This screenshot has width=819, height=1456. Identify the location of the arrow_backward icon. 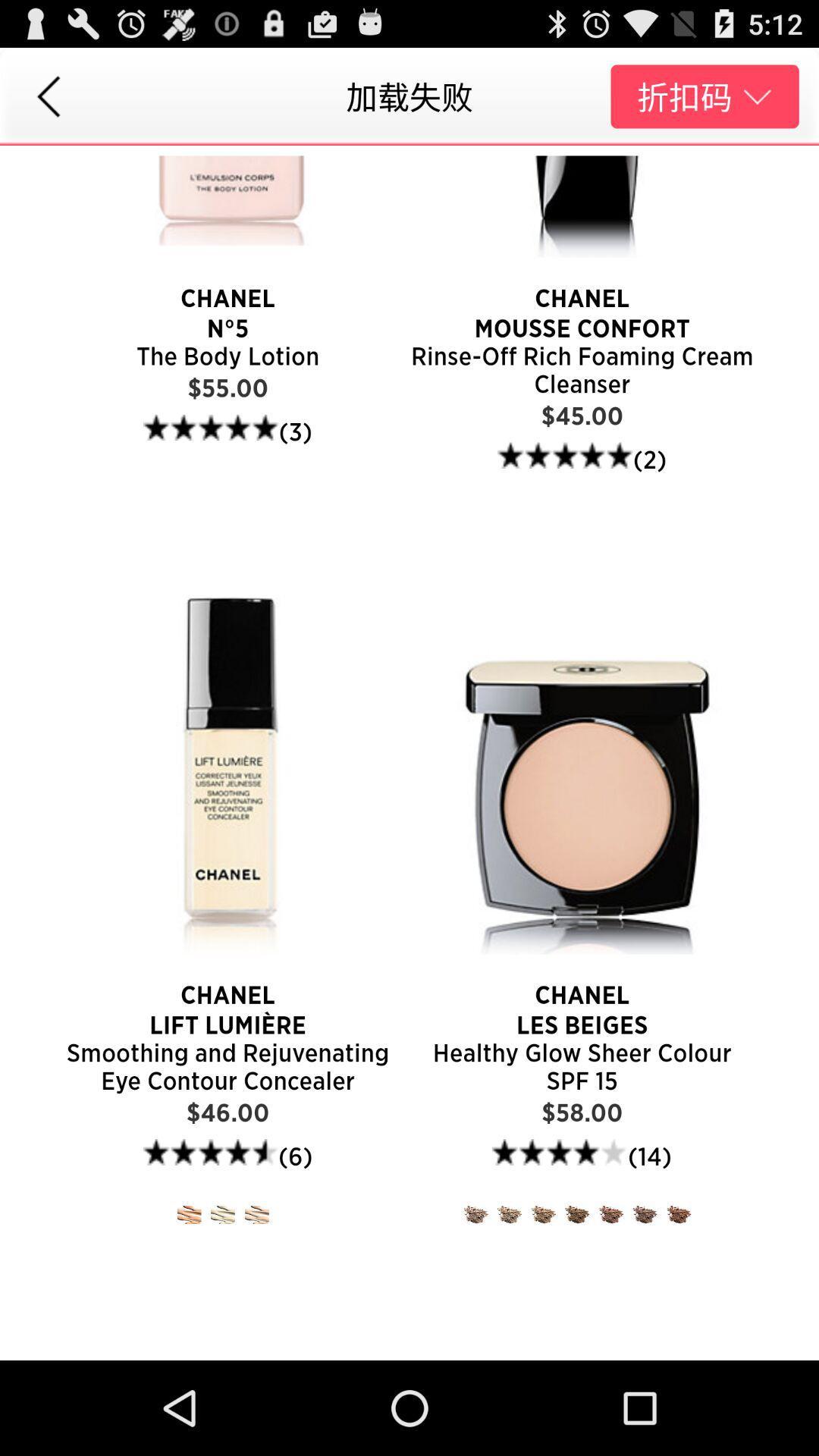
(48, 102).